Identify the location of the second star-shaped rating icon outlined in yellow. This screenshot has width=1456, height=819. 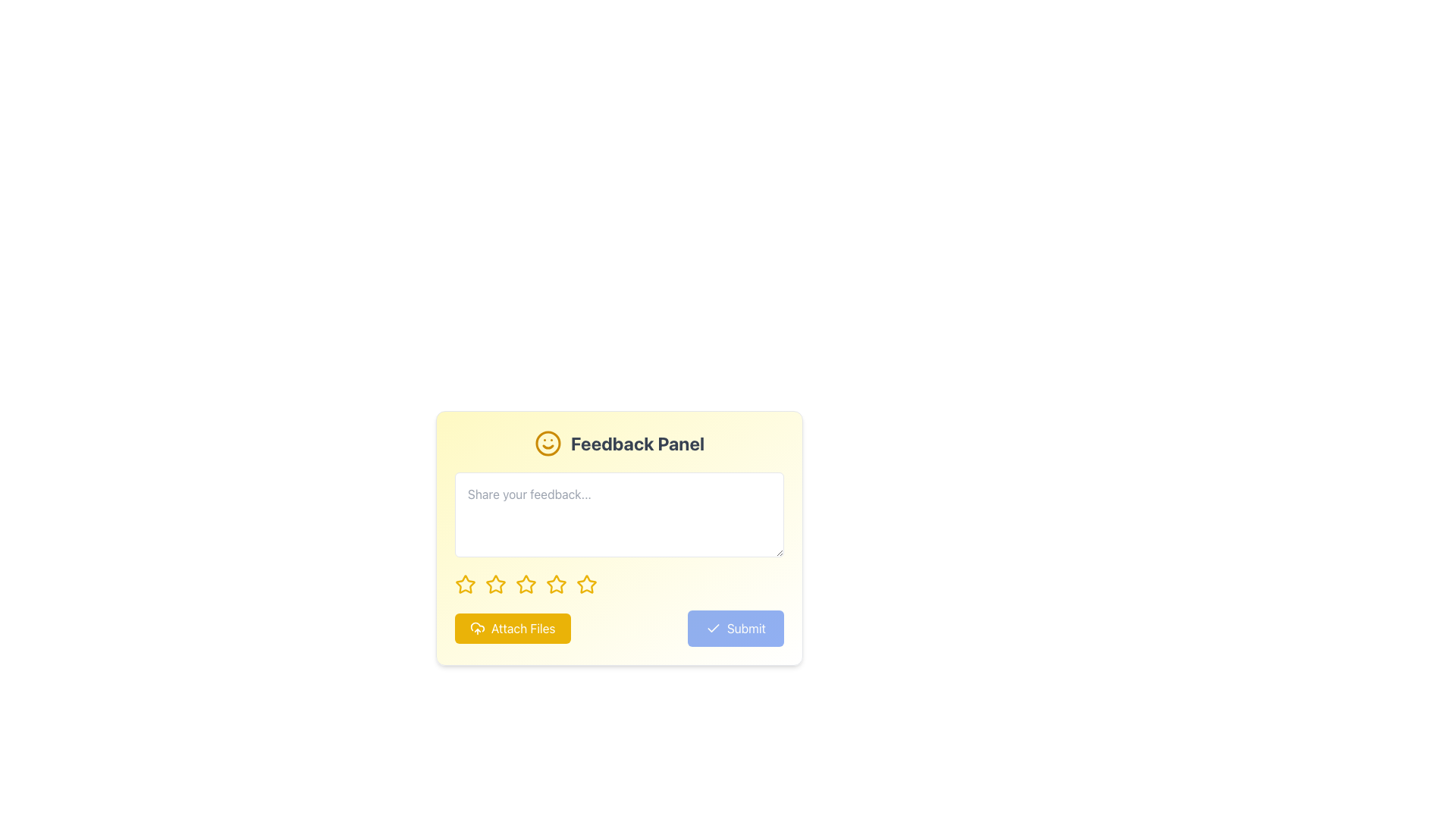
(526, 583).